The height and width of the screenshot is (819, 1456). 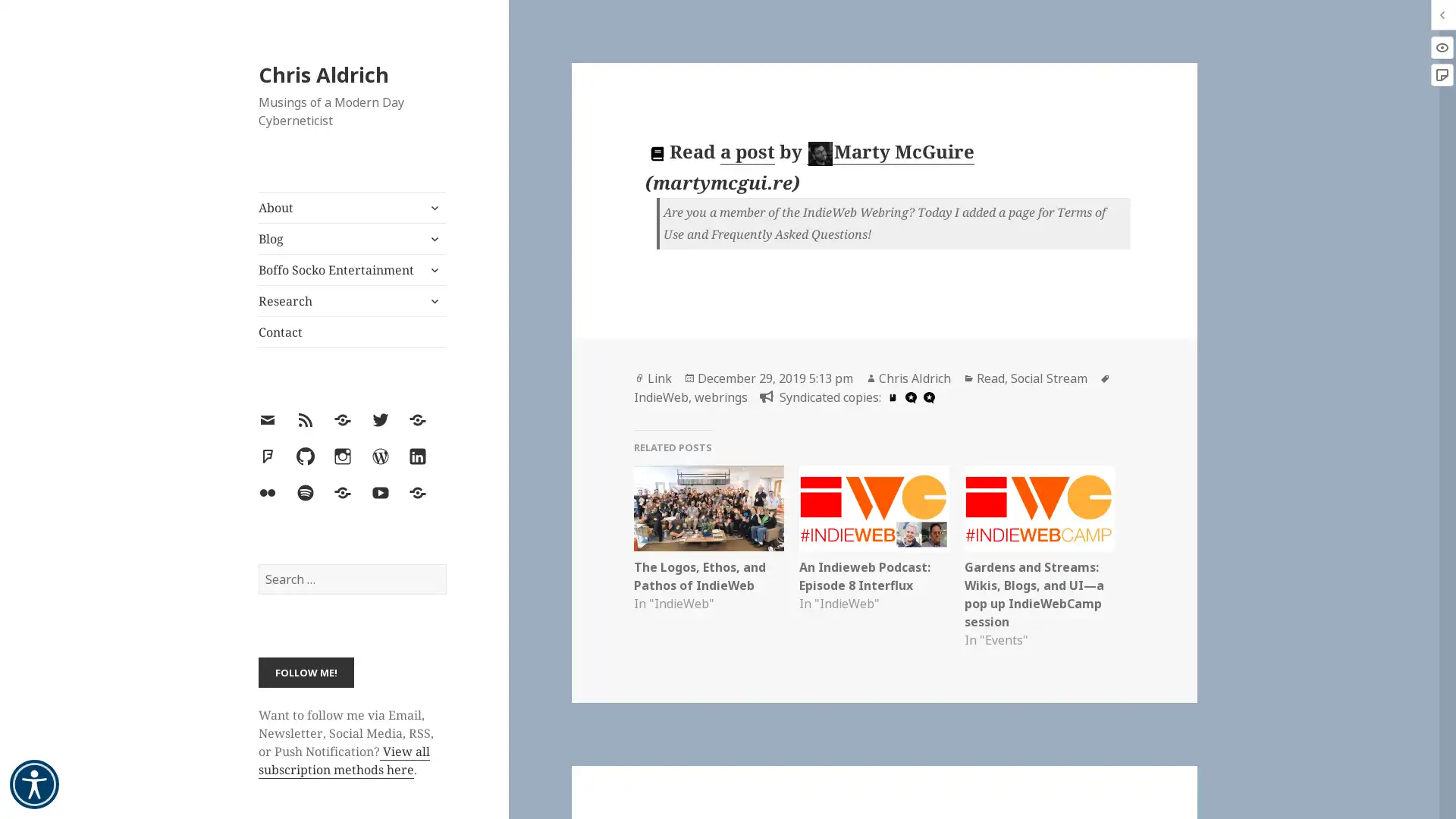 I want to click on expand child menu, so click(x=432, y=268).